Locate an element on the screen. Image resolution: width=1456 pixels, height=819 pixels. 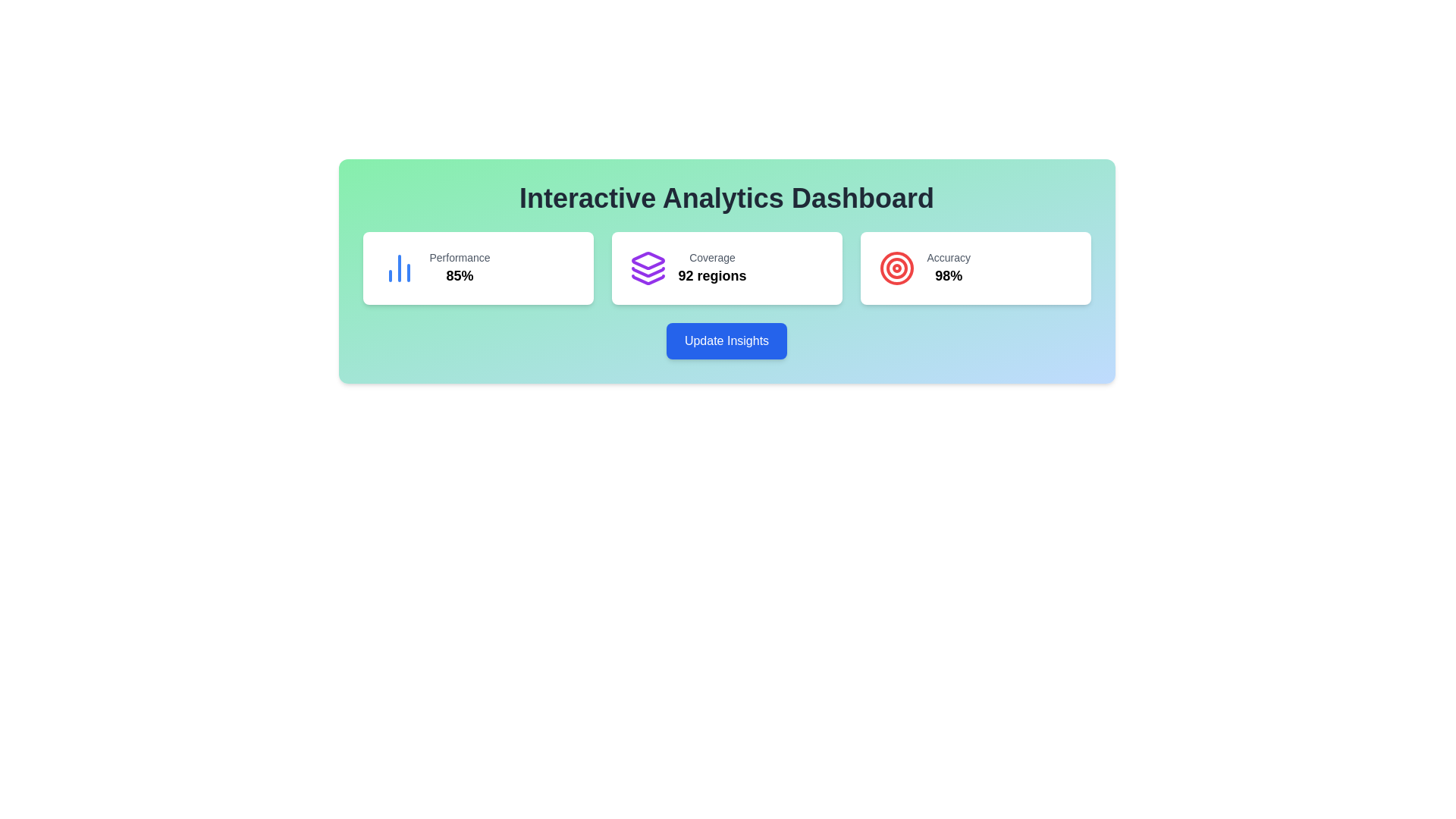
the 'Coverage' icon located at the top of the stack within the coverage card, which is the second card from the left on the dashboard layout is located at coordinates (648, 259).